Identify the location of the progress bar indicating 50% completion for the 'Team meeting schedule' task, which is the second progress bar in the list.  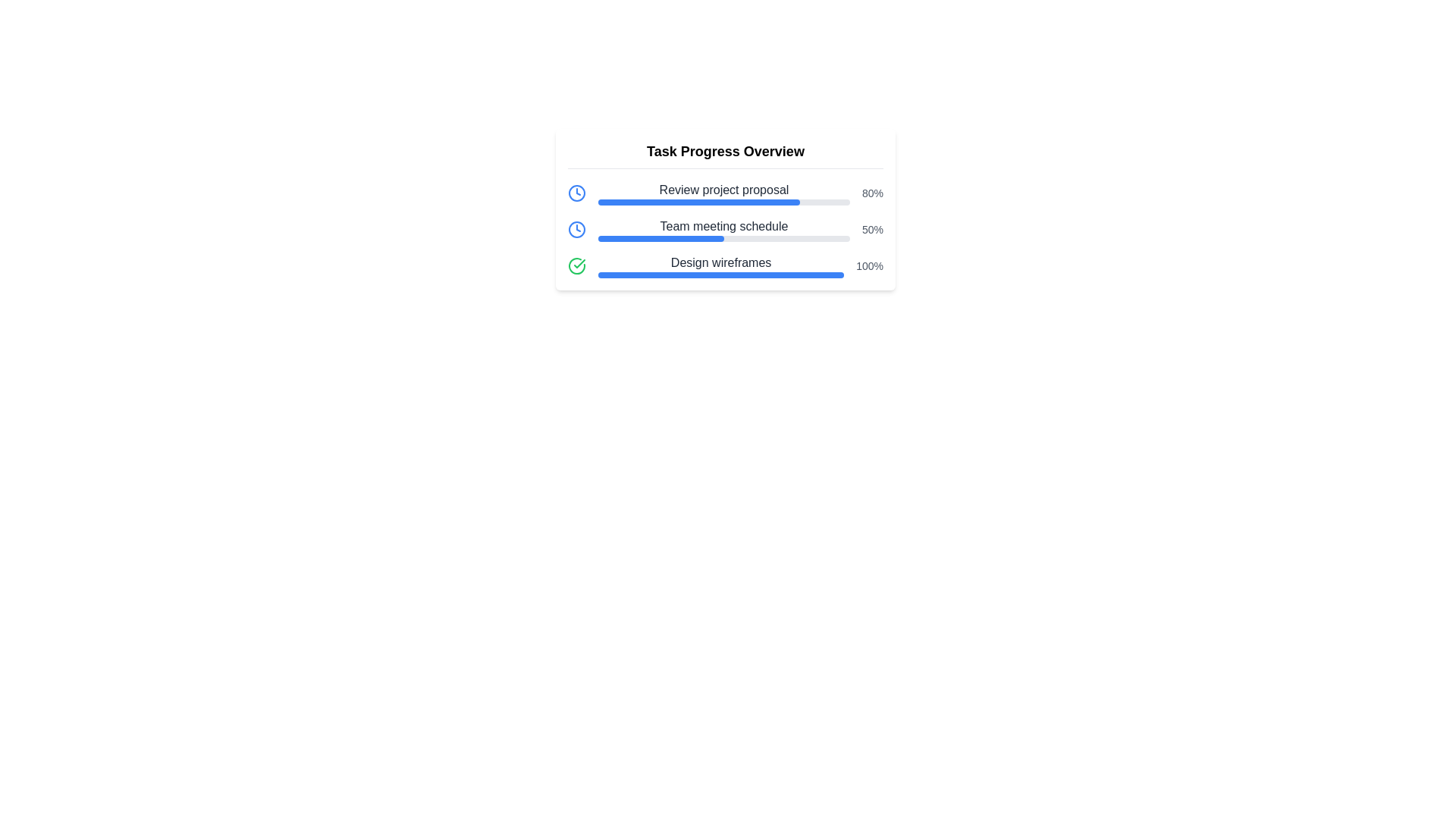
(661, 239).